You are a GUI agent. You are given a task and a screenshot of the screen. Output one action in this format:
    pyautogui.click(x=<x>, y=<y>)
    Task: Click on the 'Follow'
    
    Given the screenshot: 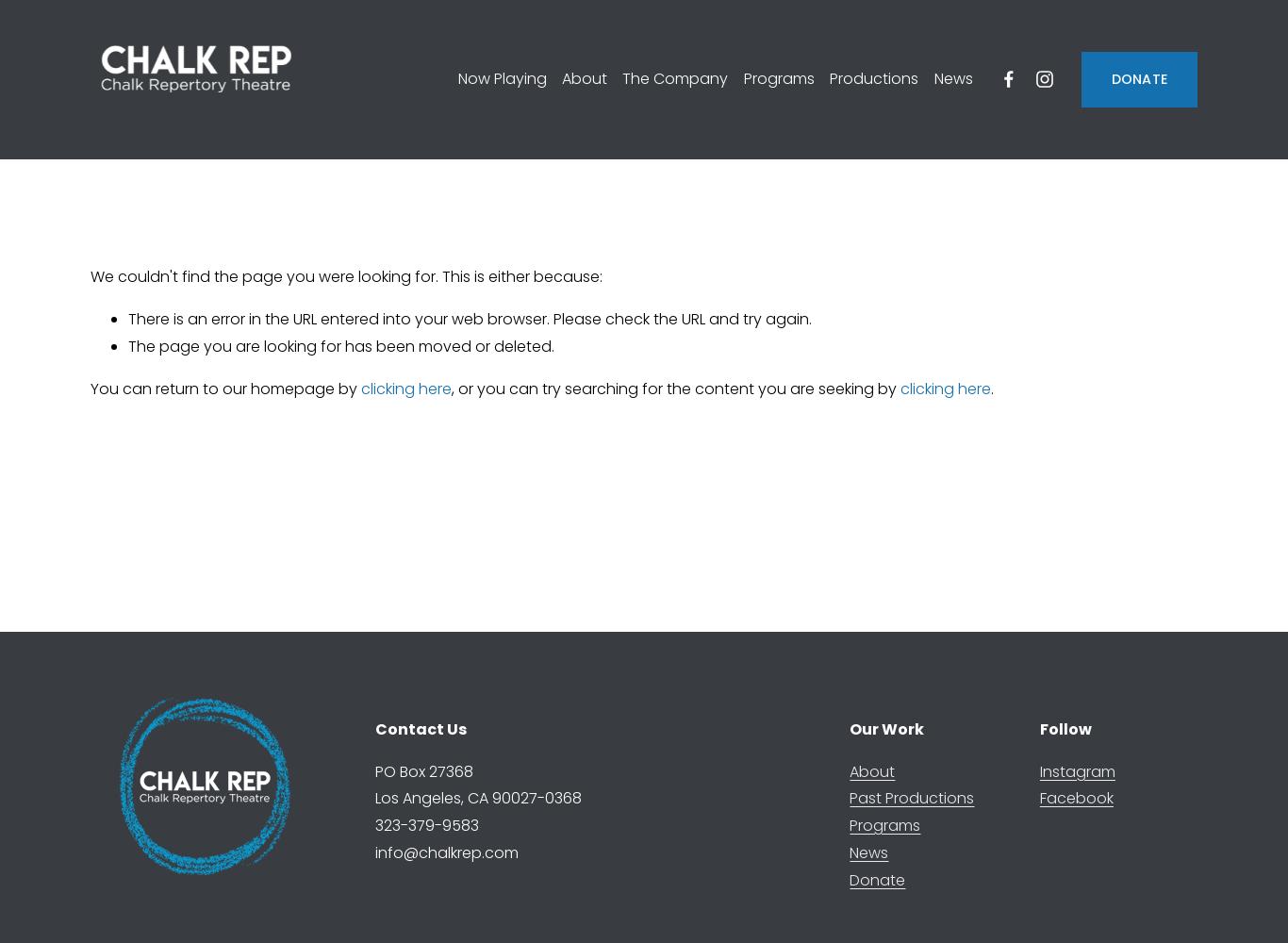 What is the action you would take?
    pyautogui.click(x=1064, y=728)
    